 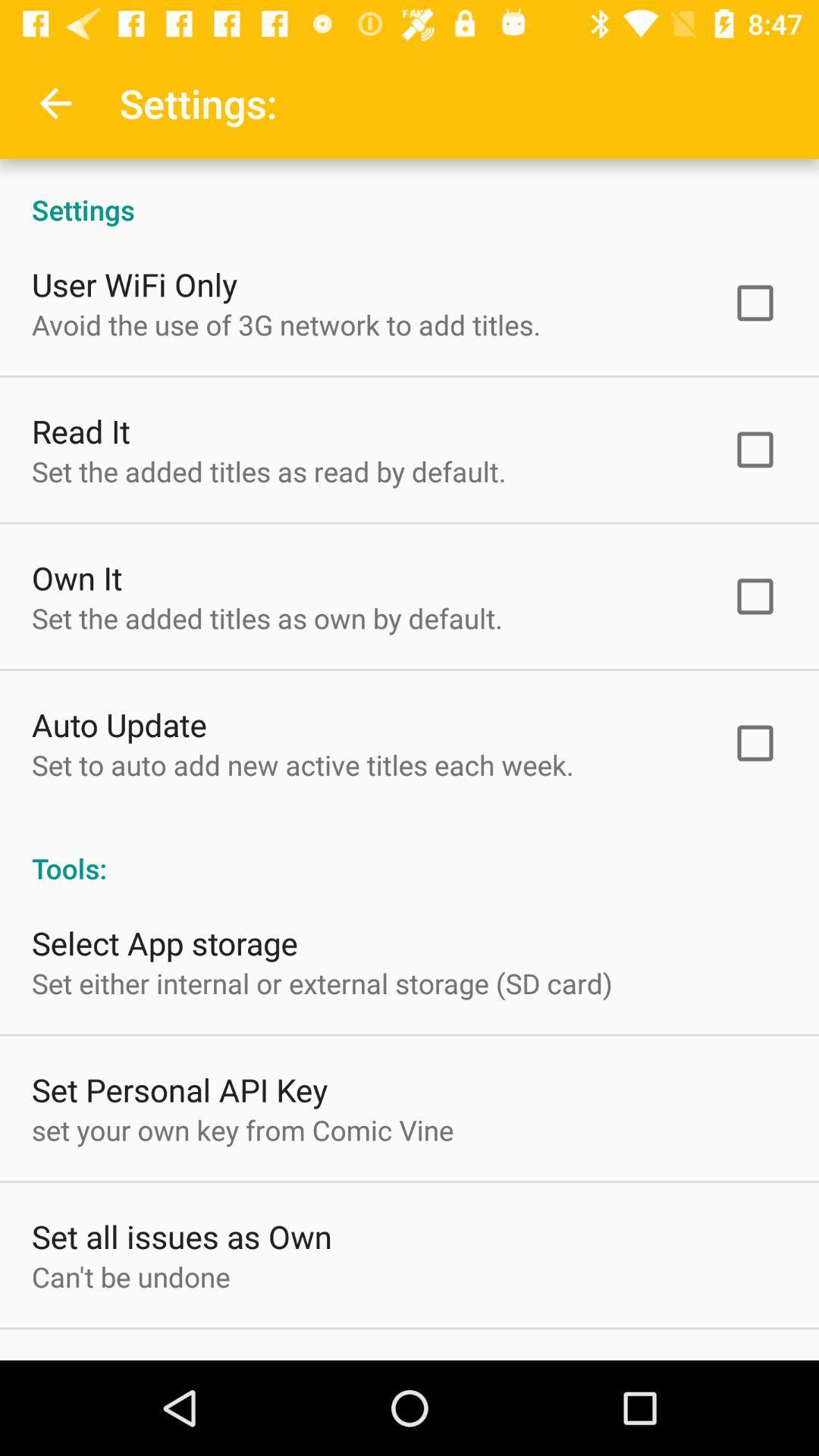 What do you see at coordinates (130, 1276) in the screenshot?
I see `can t be item` at bounding box center [130, 1276].